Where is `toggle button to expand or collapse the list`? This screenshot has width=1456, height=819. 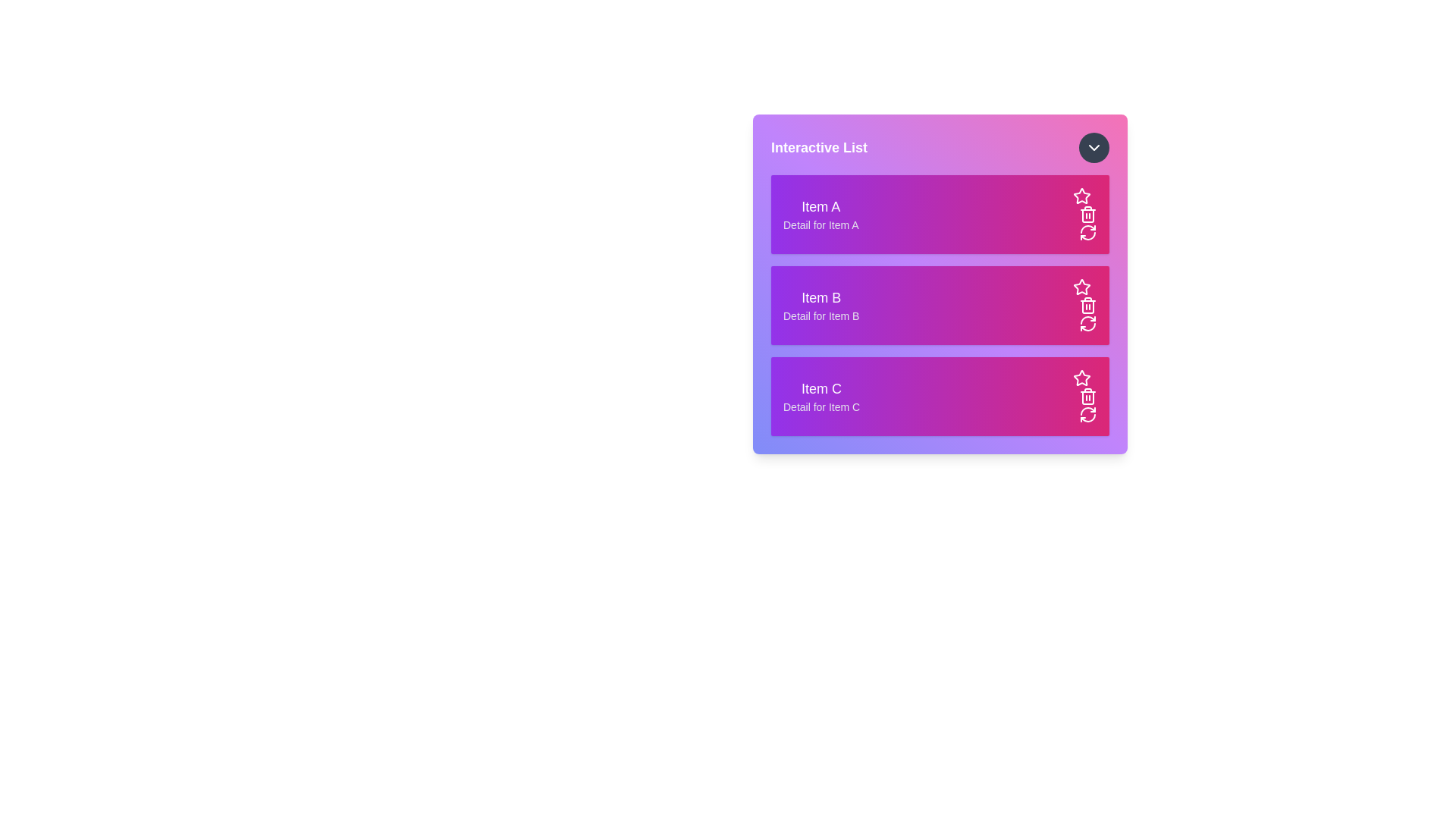 toggle button to expand or collapse the list is located at coordinates (1094, 148).